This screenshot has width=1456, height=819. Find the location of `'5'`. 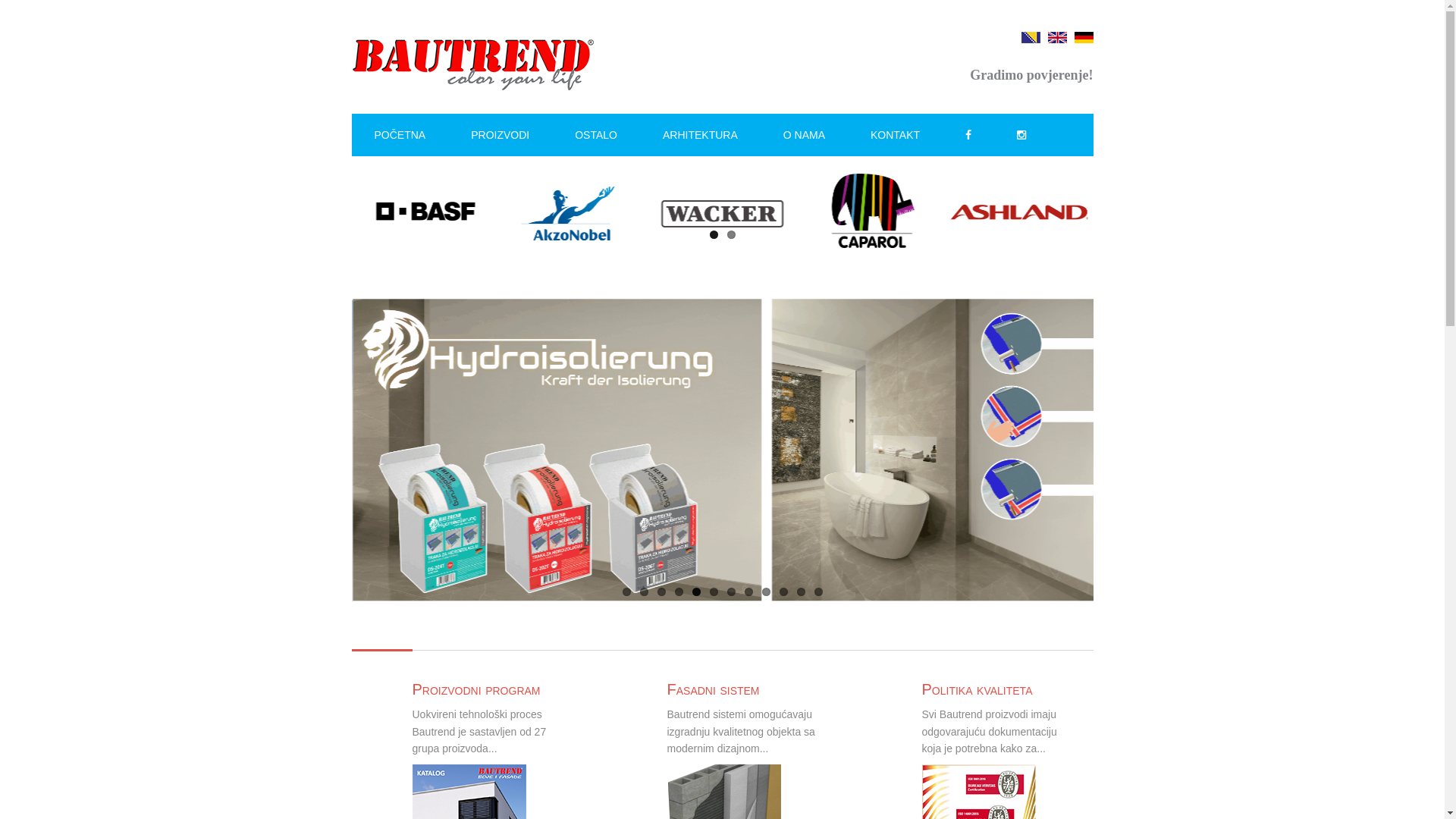

'5' is located at coordinates (695, 591).